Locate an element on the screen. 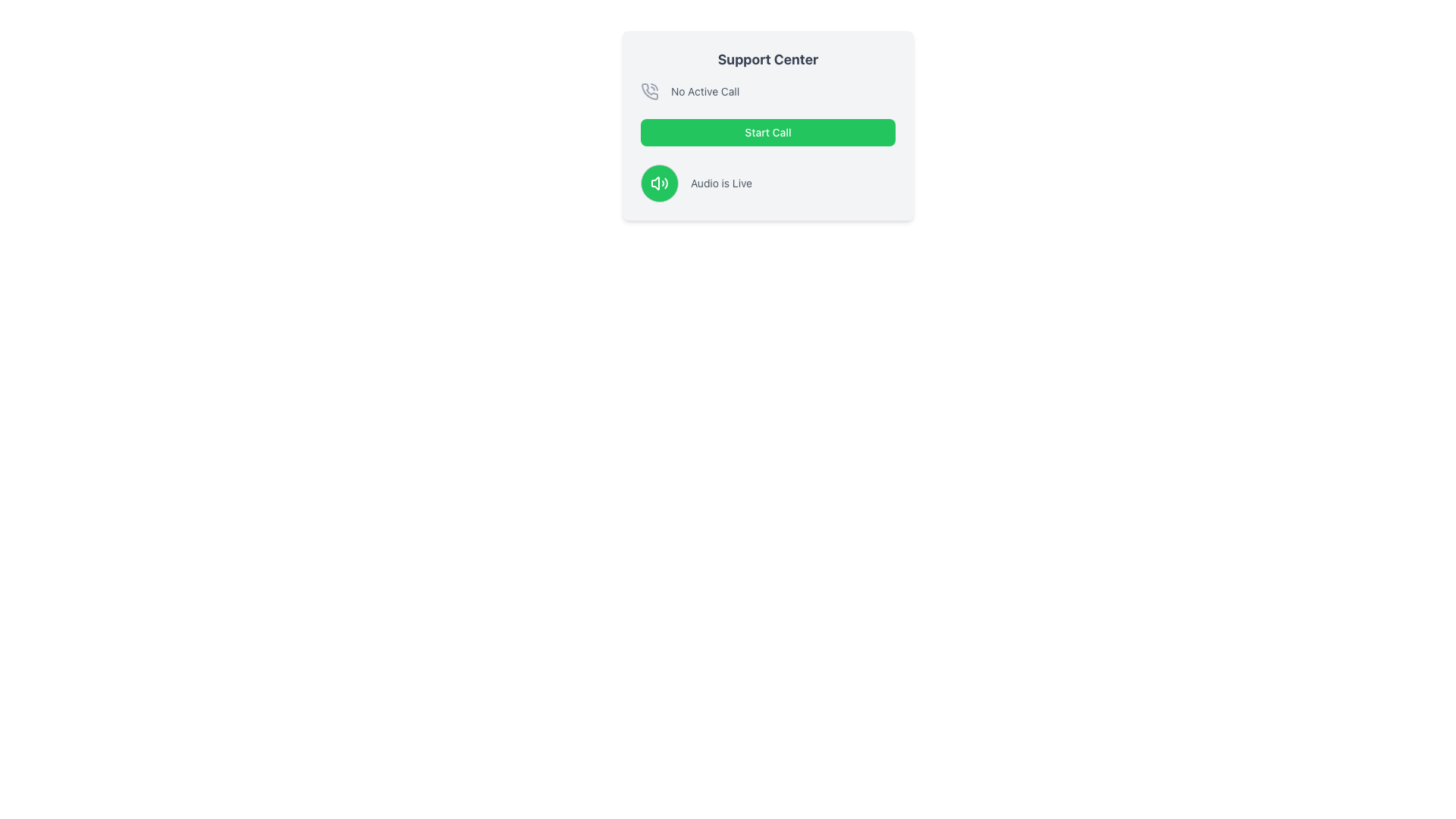 The image size is (1456, 819). the status label indicating that the audio is live, which is located to the right of the green circular badge with a speaker icon in the 'Support Center' section is located at coordinates (720, 183).